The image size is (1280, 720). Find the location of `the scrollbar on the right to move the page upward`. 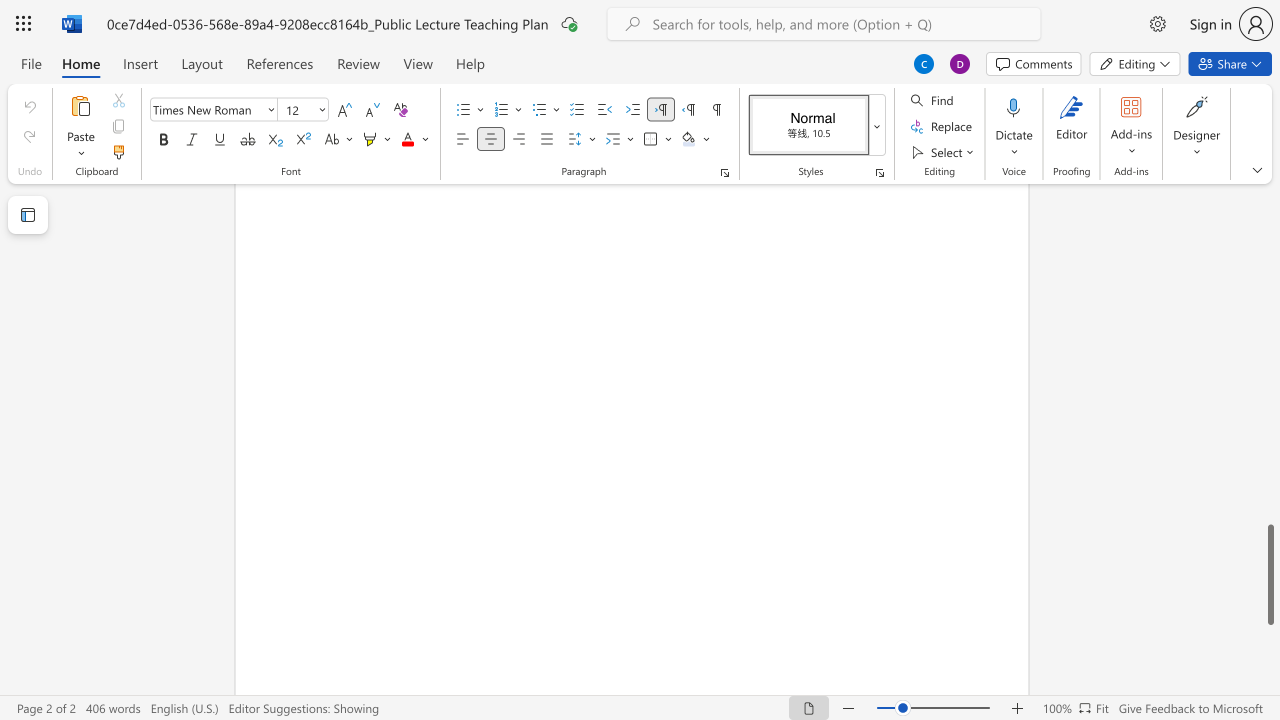

the scrollbar on the right to move the page upward is located at coordinates (1269, 258).